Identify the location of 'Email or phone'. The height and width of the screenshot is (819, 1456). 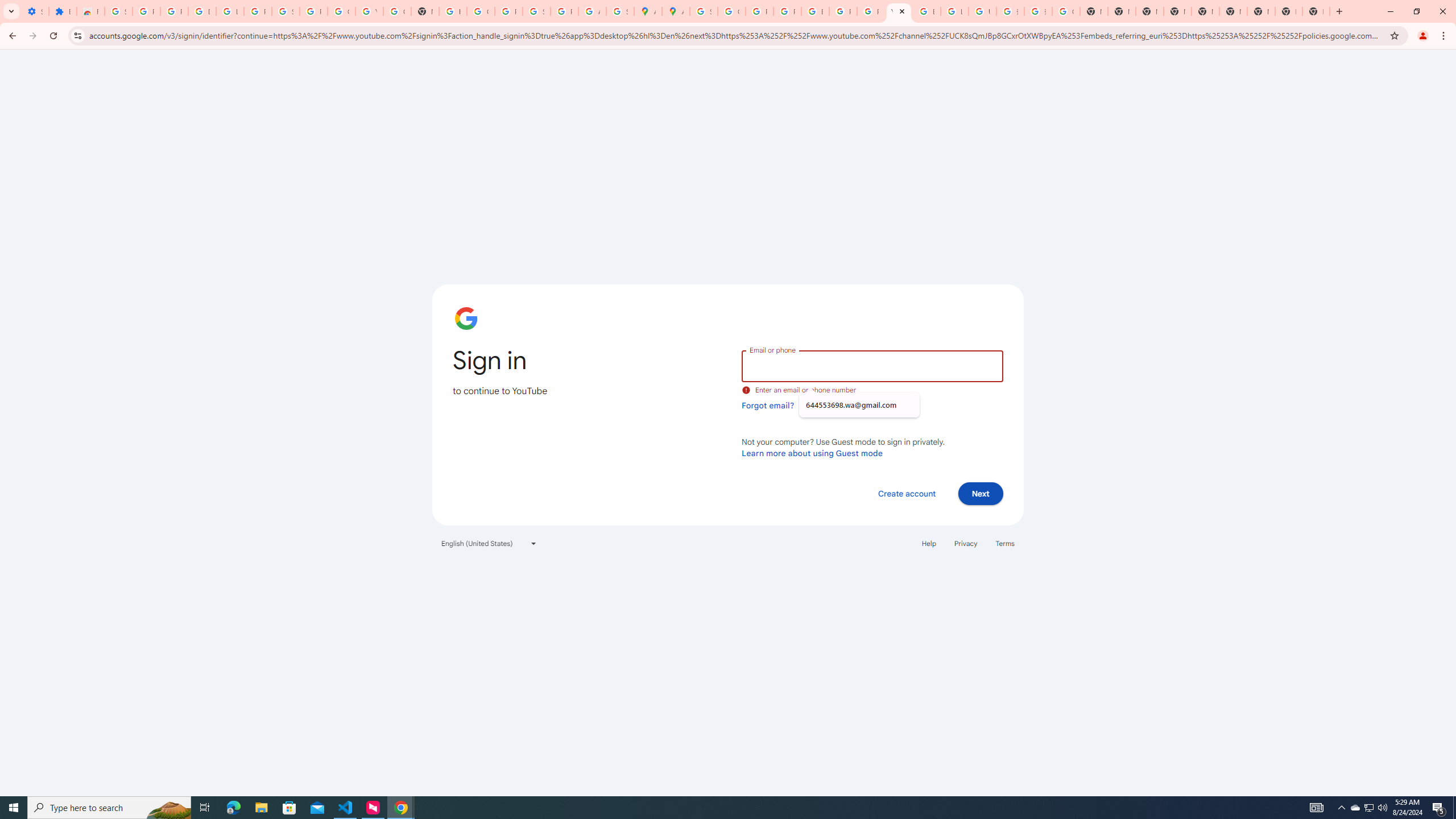
(871, 365).